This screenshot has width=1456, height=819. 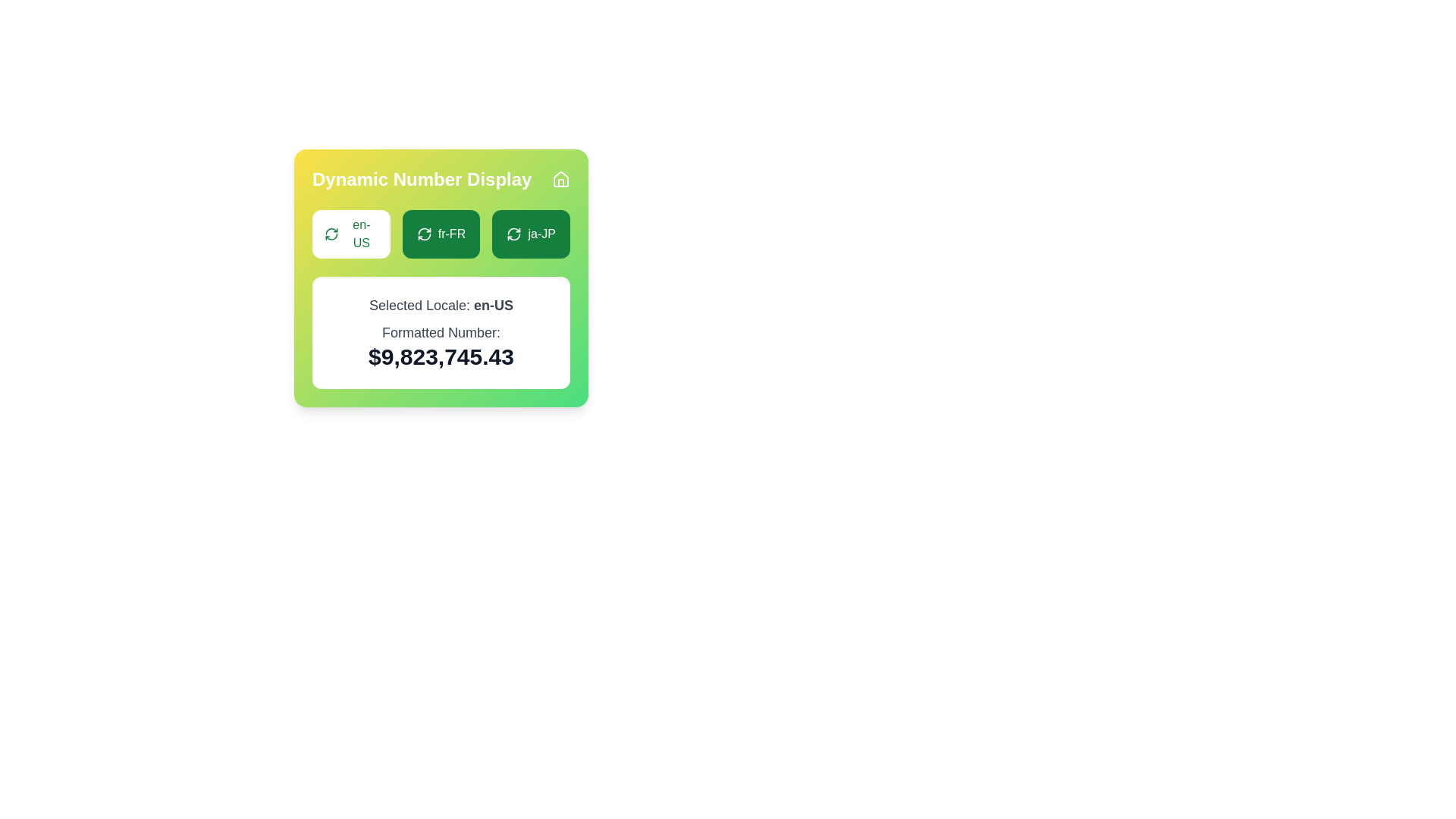 I want to click on the bold text displaying the currently selected locale 'en-US' located beneath the green buttons and above the formatted number display, so click(x=494, y=305).